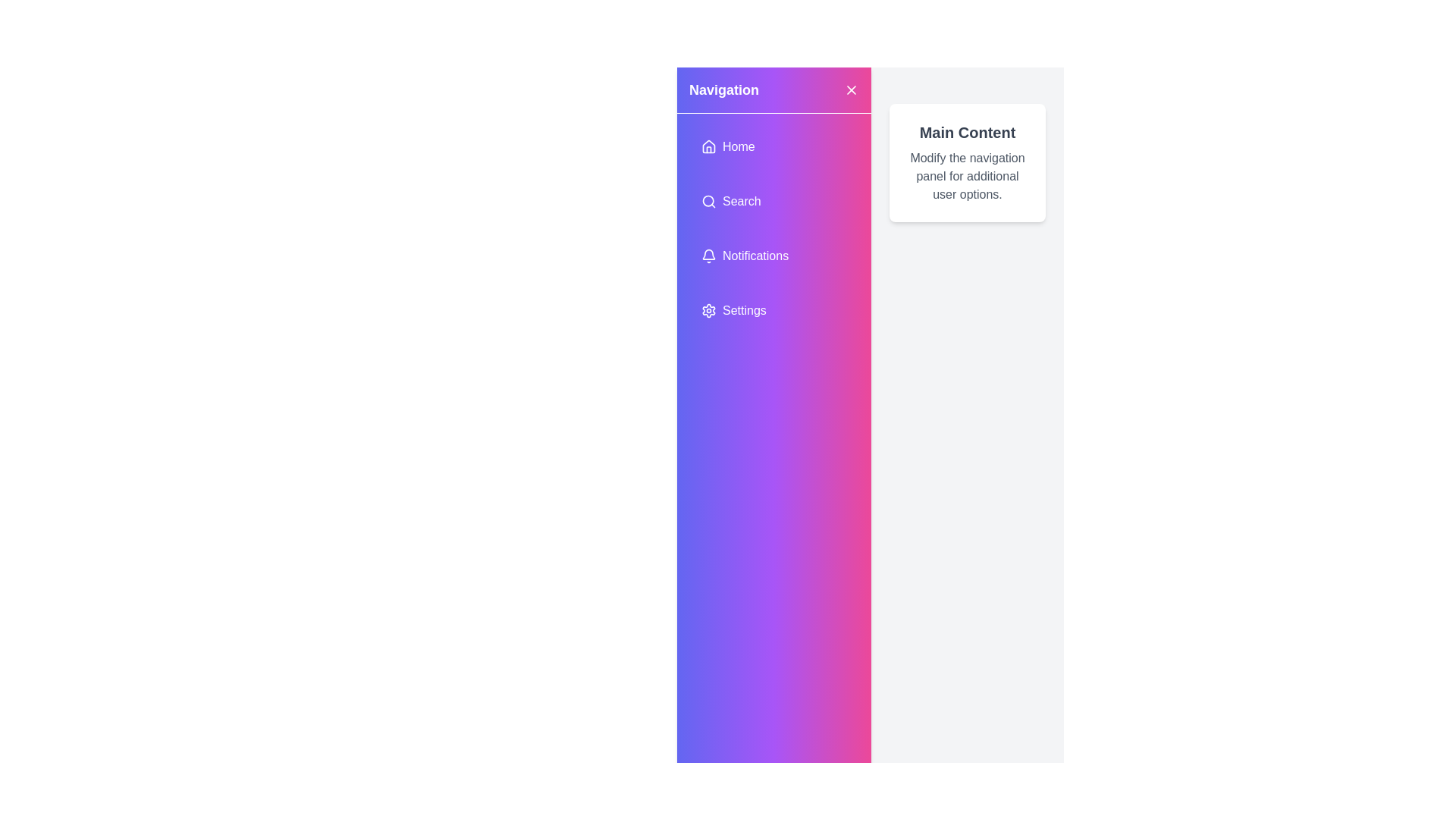  I want to click on the navigation label for the Notifications section, which is located in the vertical navigation bar, third item below 'Search' and above 'Settings', so click(755, 256).